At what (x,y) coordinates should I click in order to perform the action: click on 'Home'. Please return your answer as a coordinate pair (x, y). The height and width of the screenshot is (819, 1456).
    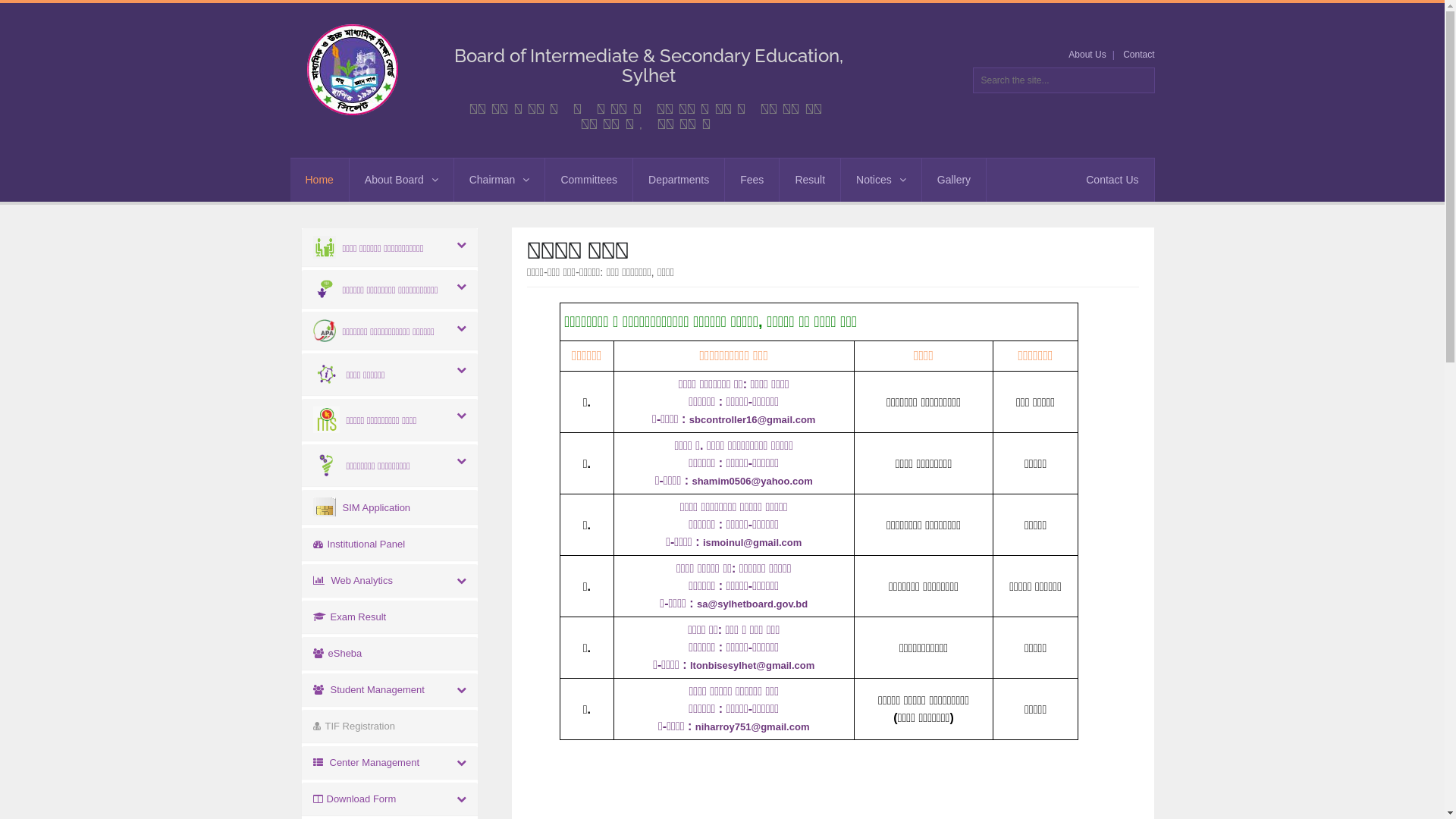
    Looking at the image, I should click on (318, 179).